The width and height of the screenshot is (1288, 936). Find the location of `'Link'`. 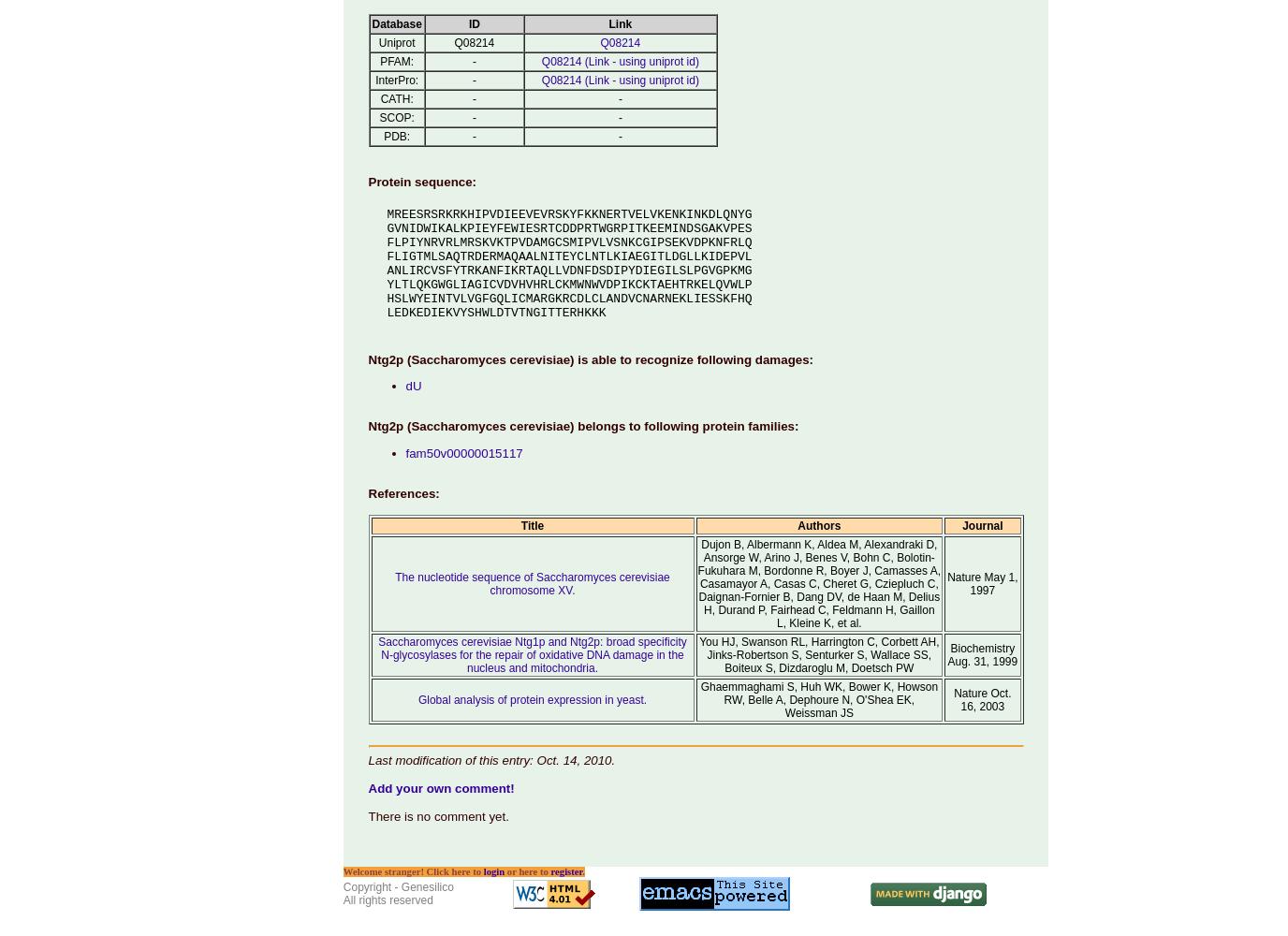

'Link' is located at coordinates (620, 23).